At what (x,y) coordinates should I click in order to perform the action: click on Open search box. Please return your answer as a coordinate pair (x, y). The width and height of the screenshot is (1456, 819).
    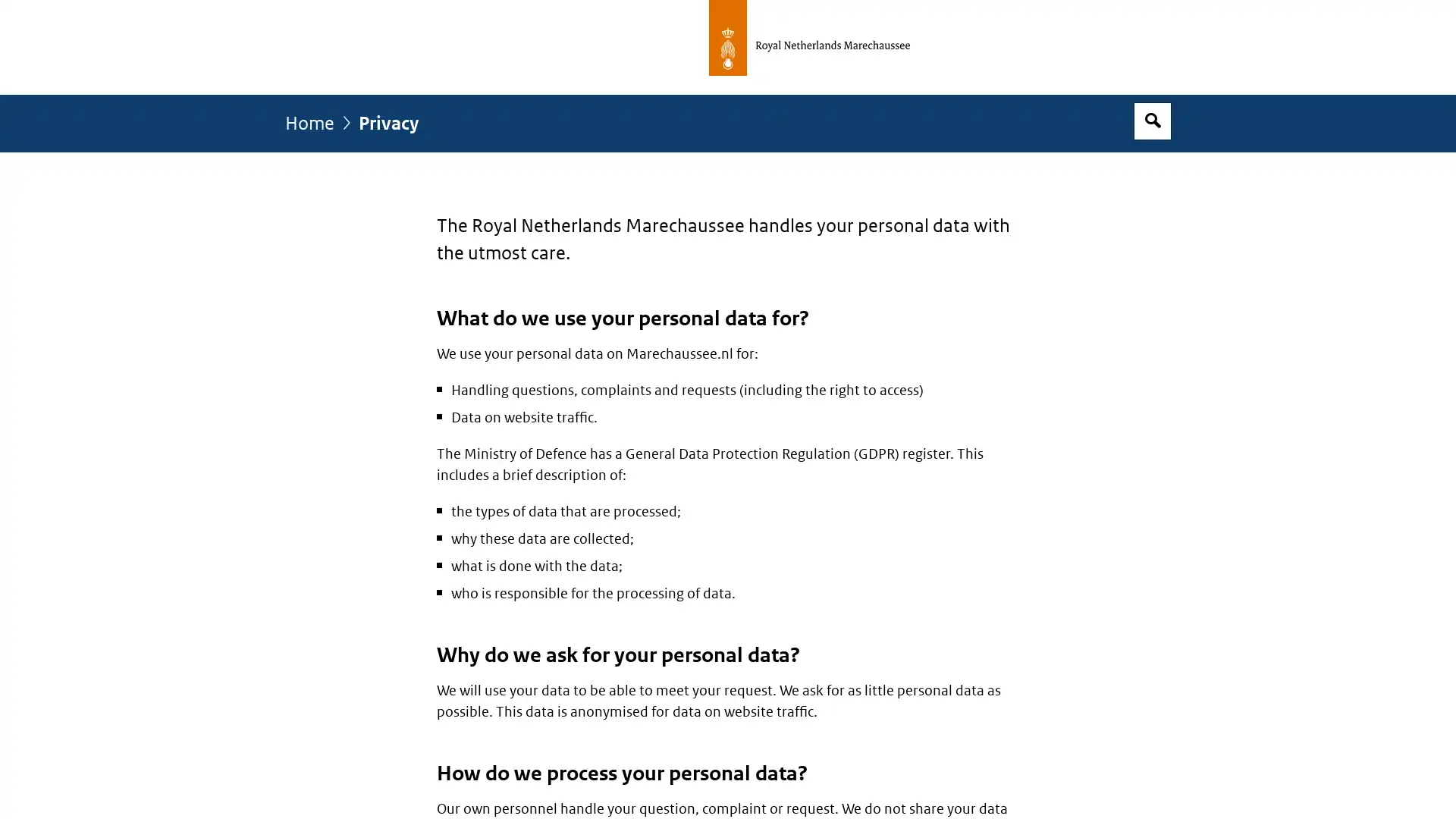
    Looking at the image, I should click on (1153, 120).